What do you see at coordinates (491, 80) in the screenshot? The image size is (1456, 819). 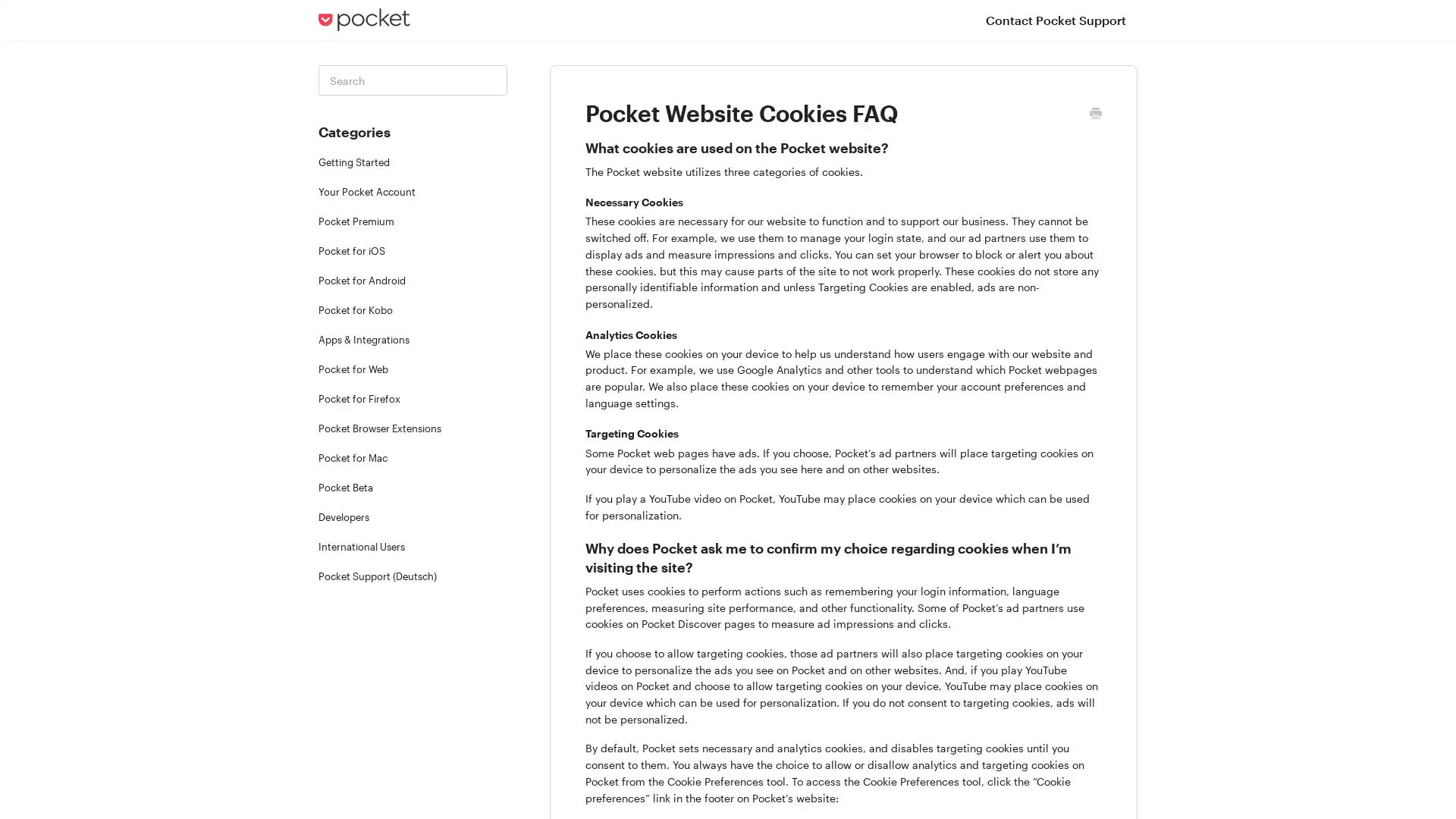 I see `Toggle Search` at bounding box center [491, 80].